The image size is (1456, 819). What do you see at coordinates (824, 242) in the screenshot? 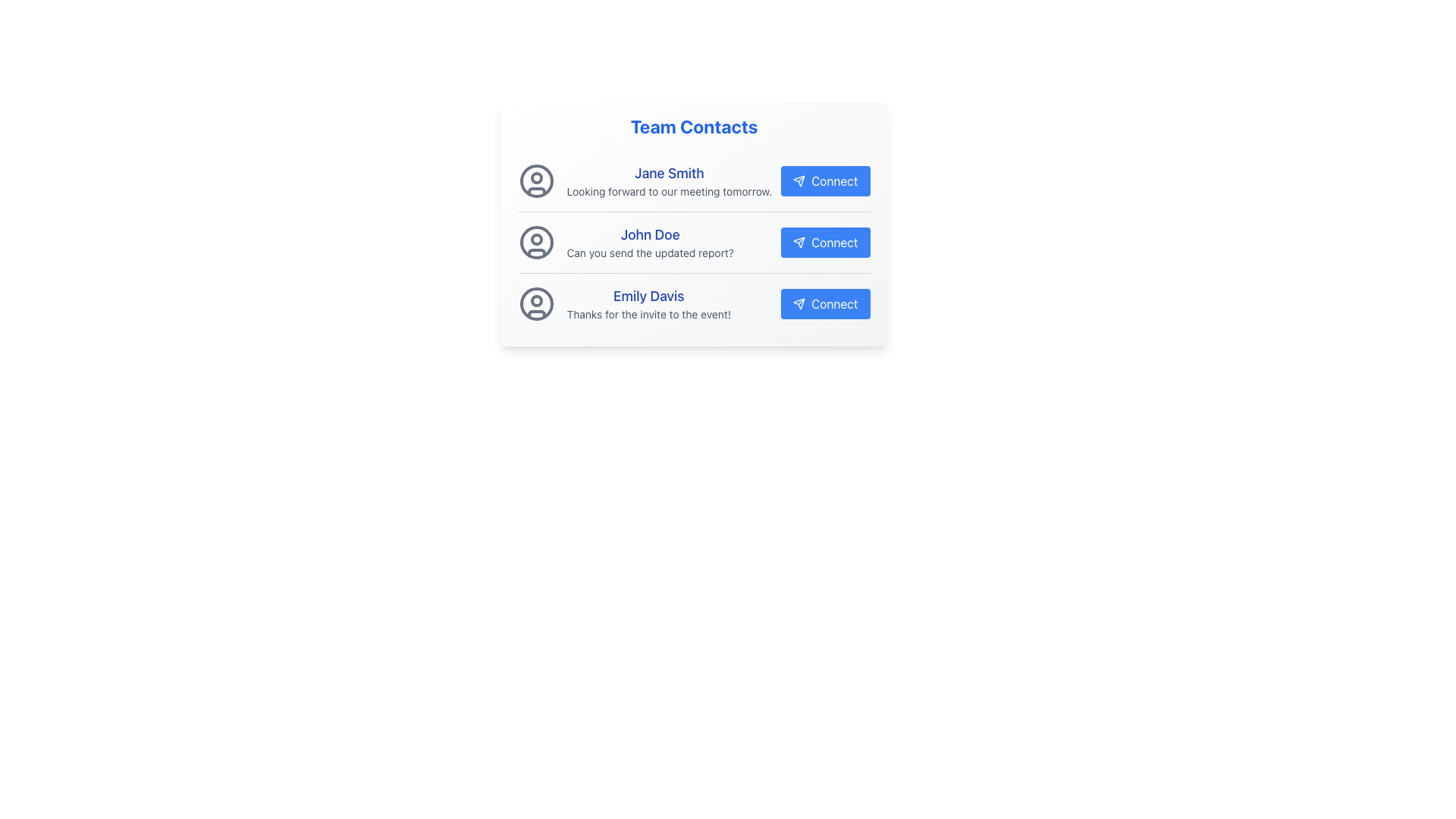
I see `the connection initiation button for 'John Doe'` at bounding box center [824, 242].